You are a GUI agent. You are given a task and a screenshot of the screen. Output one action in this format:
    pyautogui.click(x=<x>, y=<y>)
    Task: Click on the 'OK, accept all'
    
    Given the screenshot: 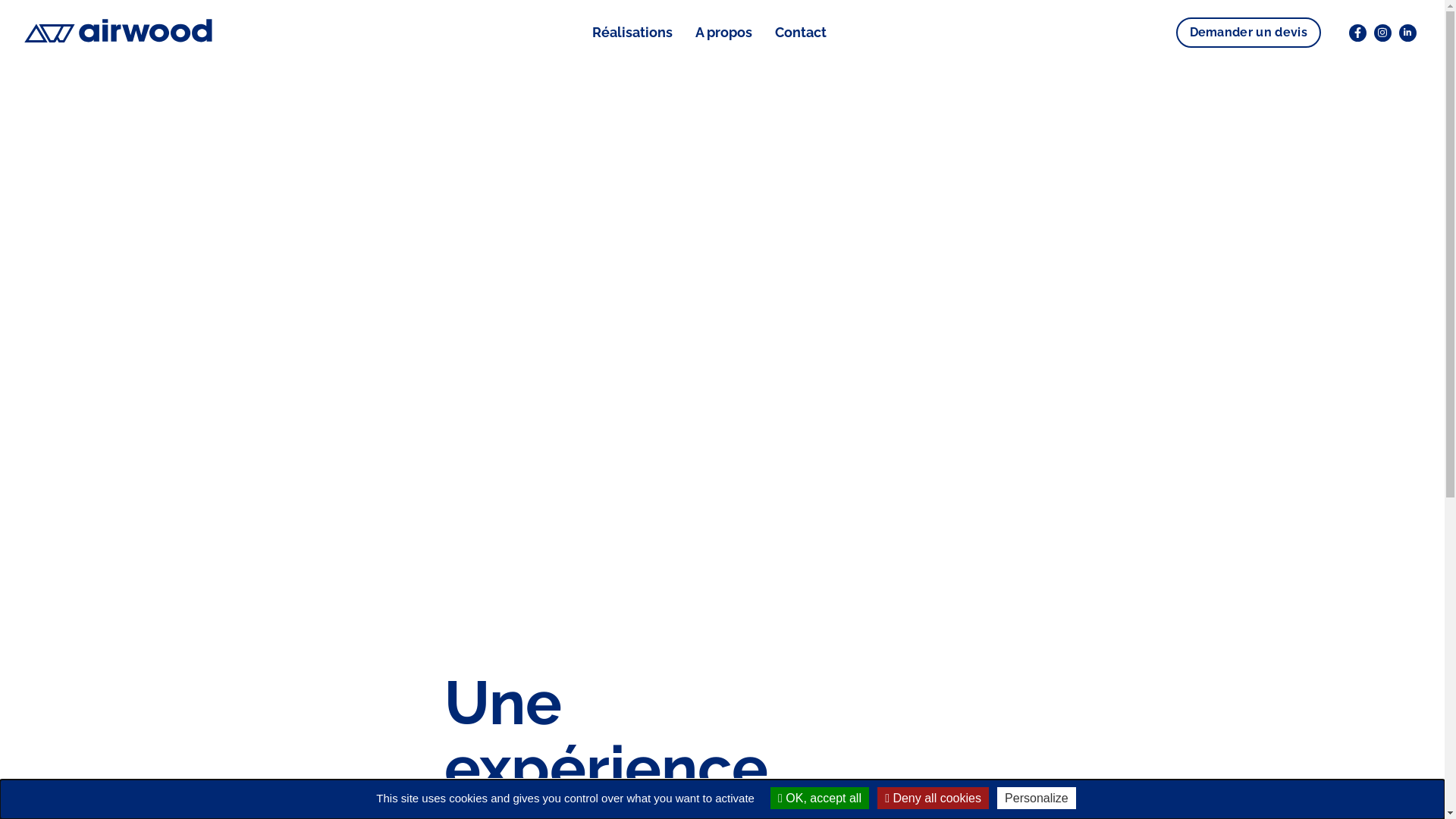 What is the action you would take?
    pyautogui.click(x=818, y=797)
    